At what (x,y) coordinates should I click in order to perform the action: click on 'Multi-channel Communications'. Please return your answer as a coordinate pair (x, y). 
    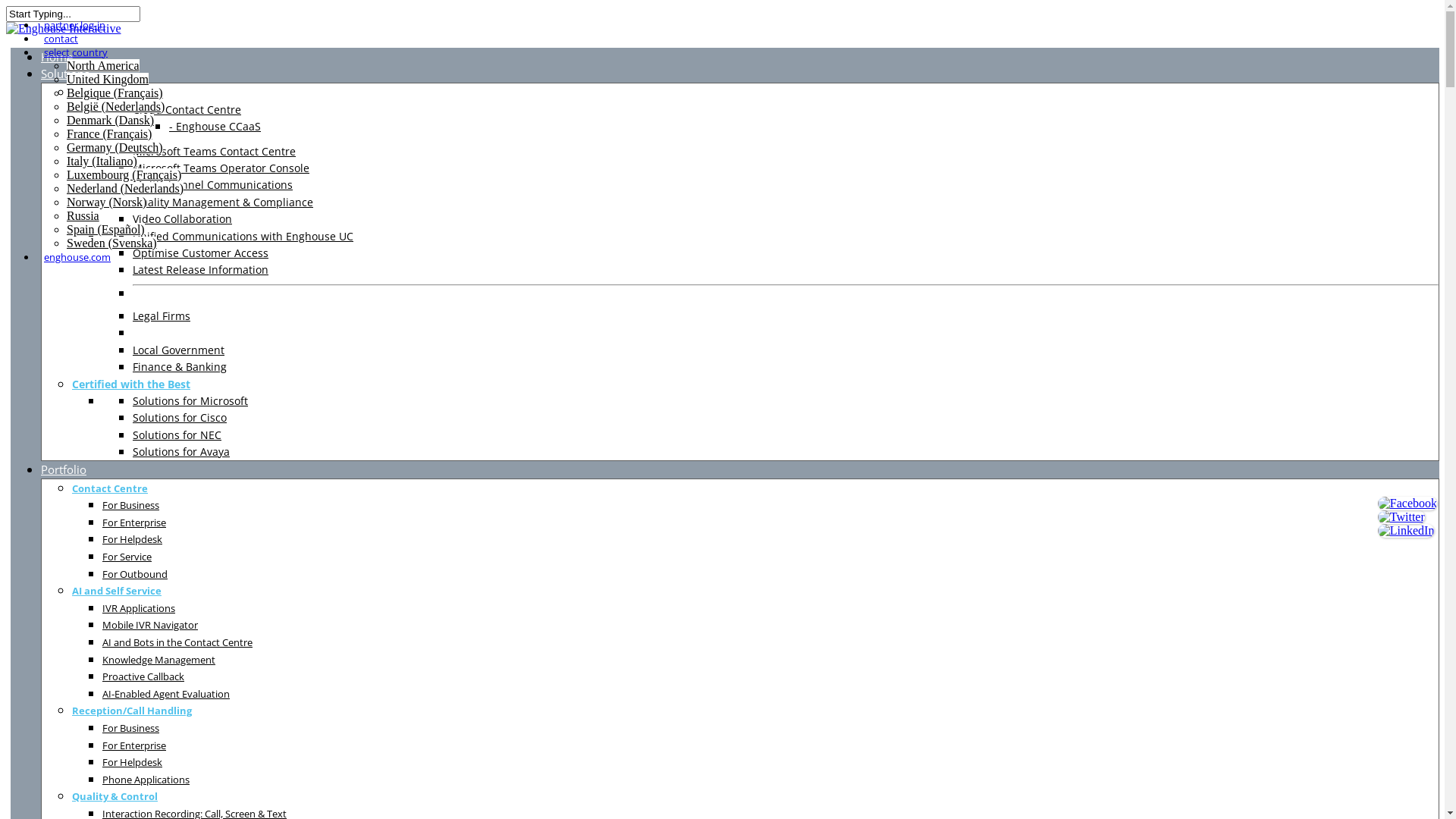
    Looking at the image, I should click on (212, 184).